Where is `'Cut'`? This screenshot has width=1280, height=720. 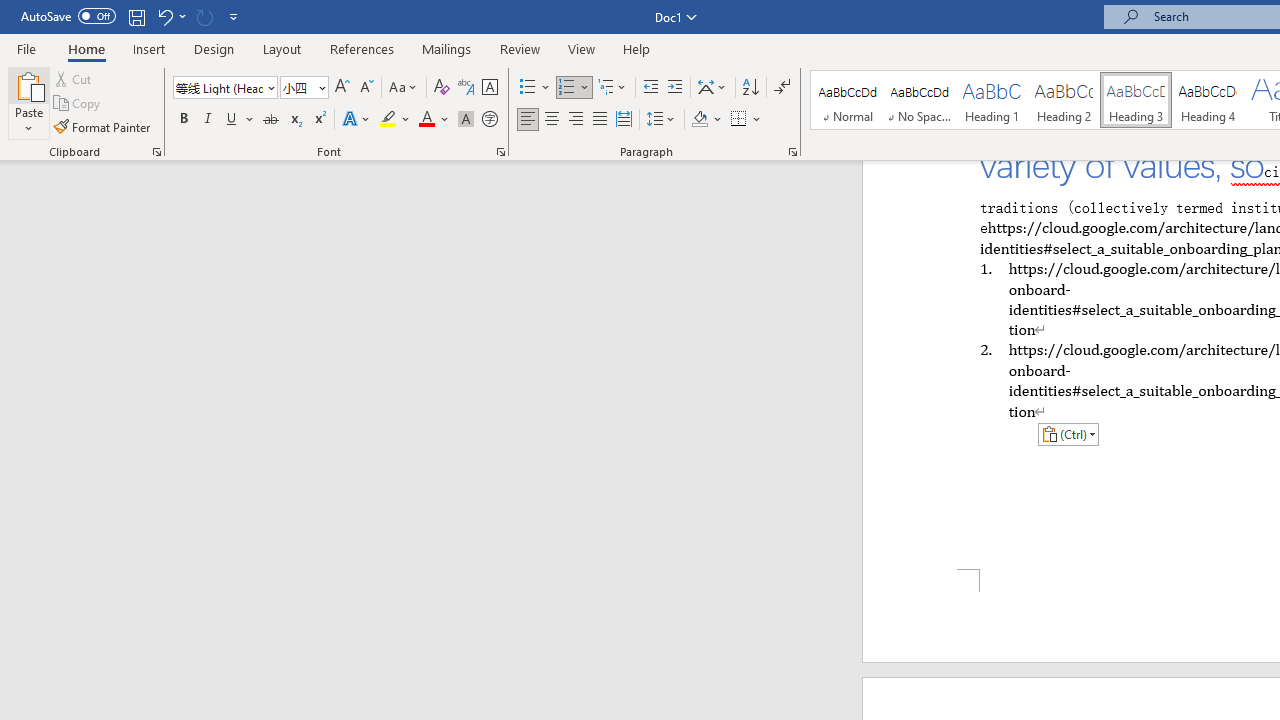
'Cut' is located at coordinates (74, 78).